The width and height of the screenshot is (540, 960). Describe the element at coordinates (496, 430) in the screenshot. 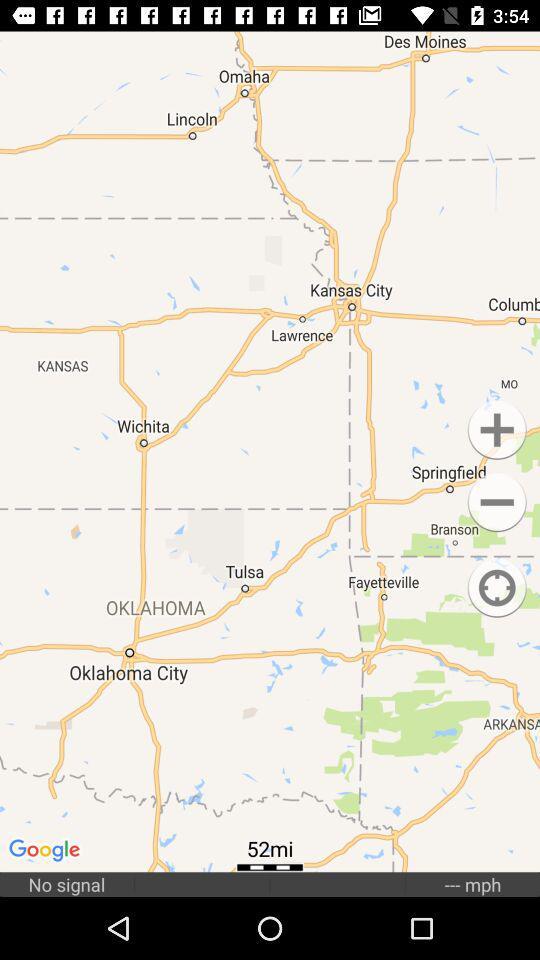

I see `the add icon` at that location.